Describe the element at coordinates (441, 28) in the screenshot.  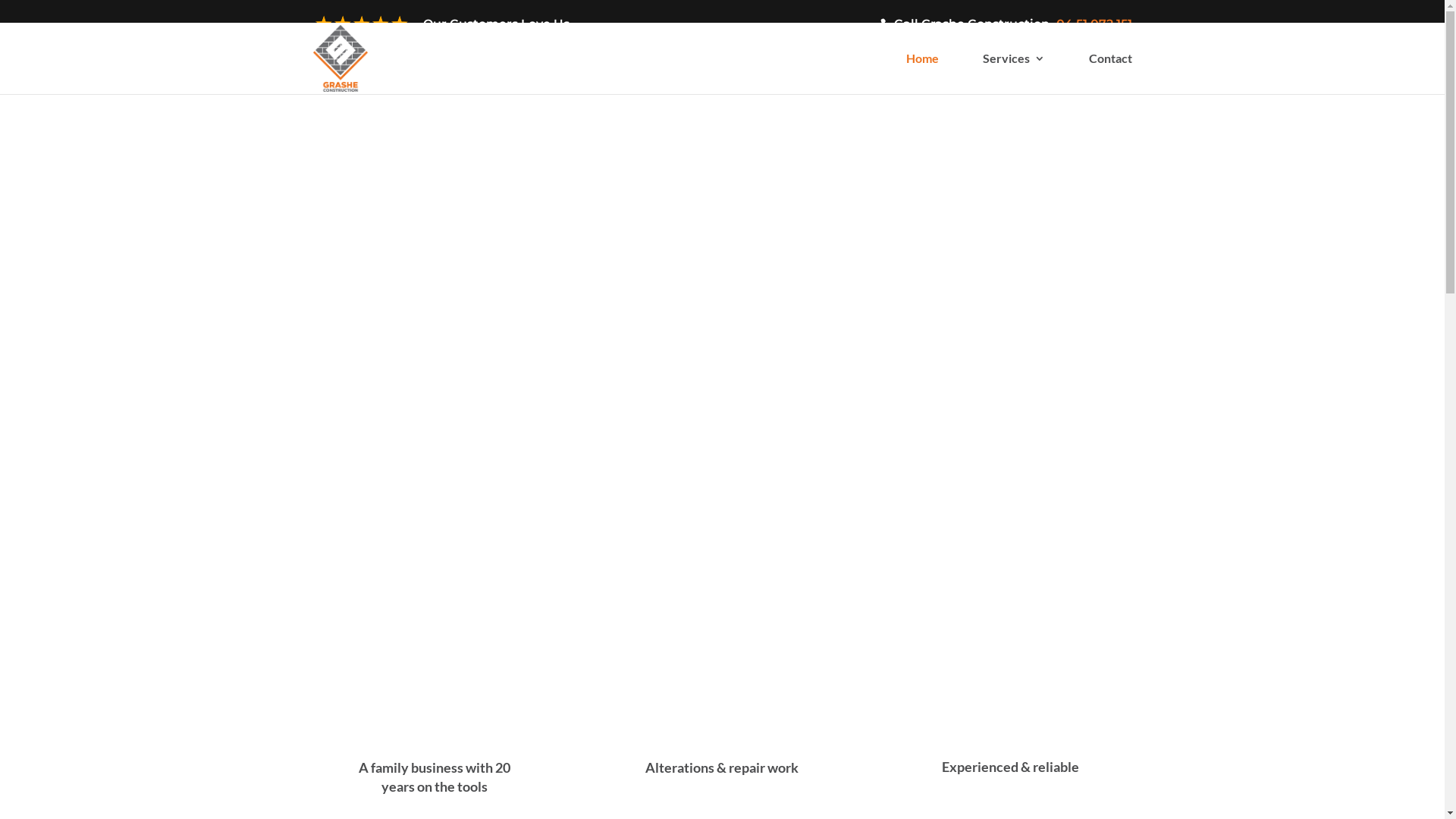
I see `'Our Customers Love Us.'` at that location.